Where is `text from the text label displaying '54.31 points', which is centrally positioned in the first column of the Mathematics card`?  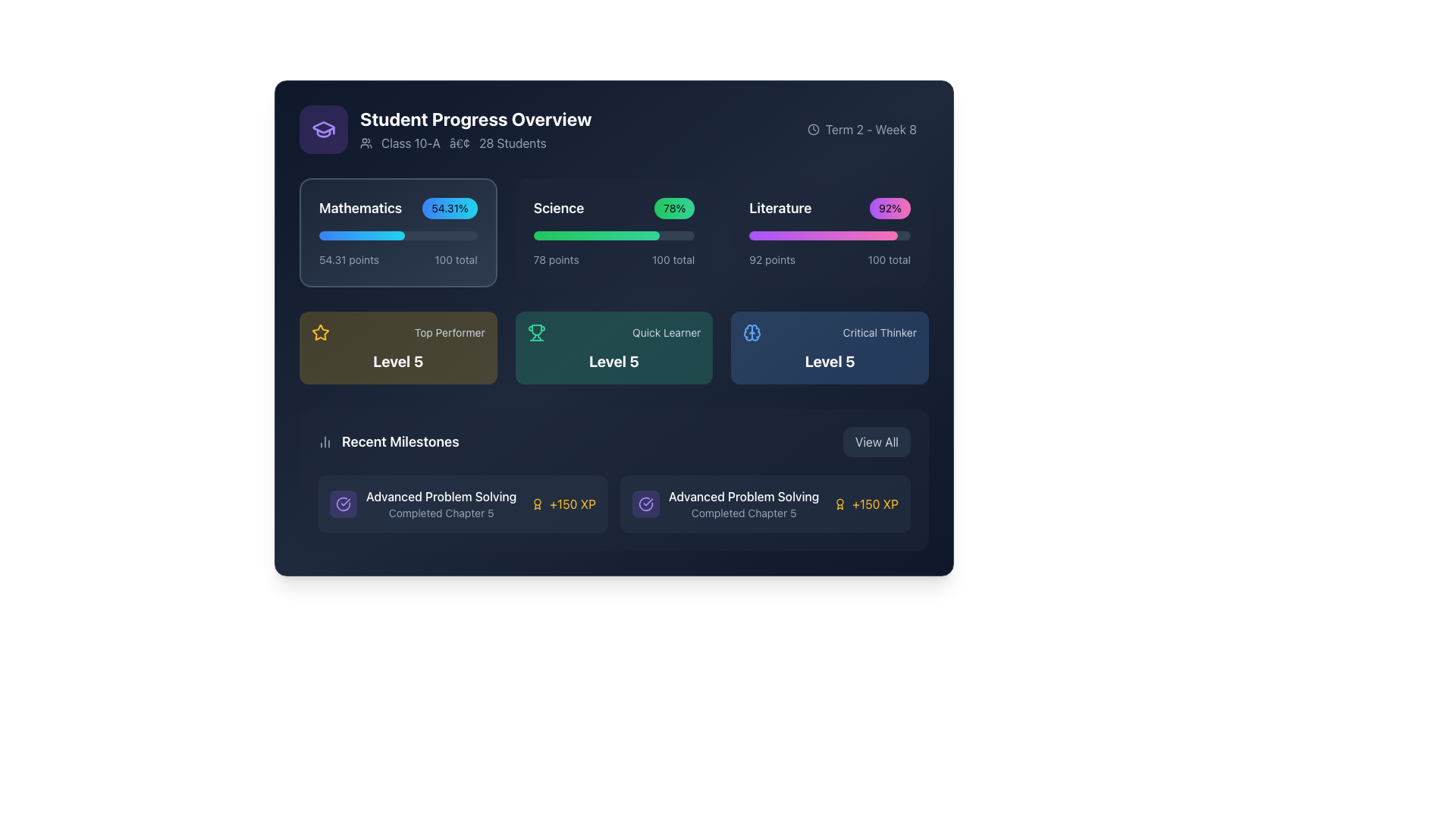
text from the text label displaying '54.31 points', which is centrally positioned in the first column of the Mathematics card is located at coordinates (348, 259).